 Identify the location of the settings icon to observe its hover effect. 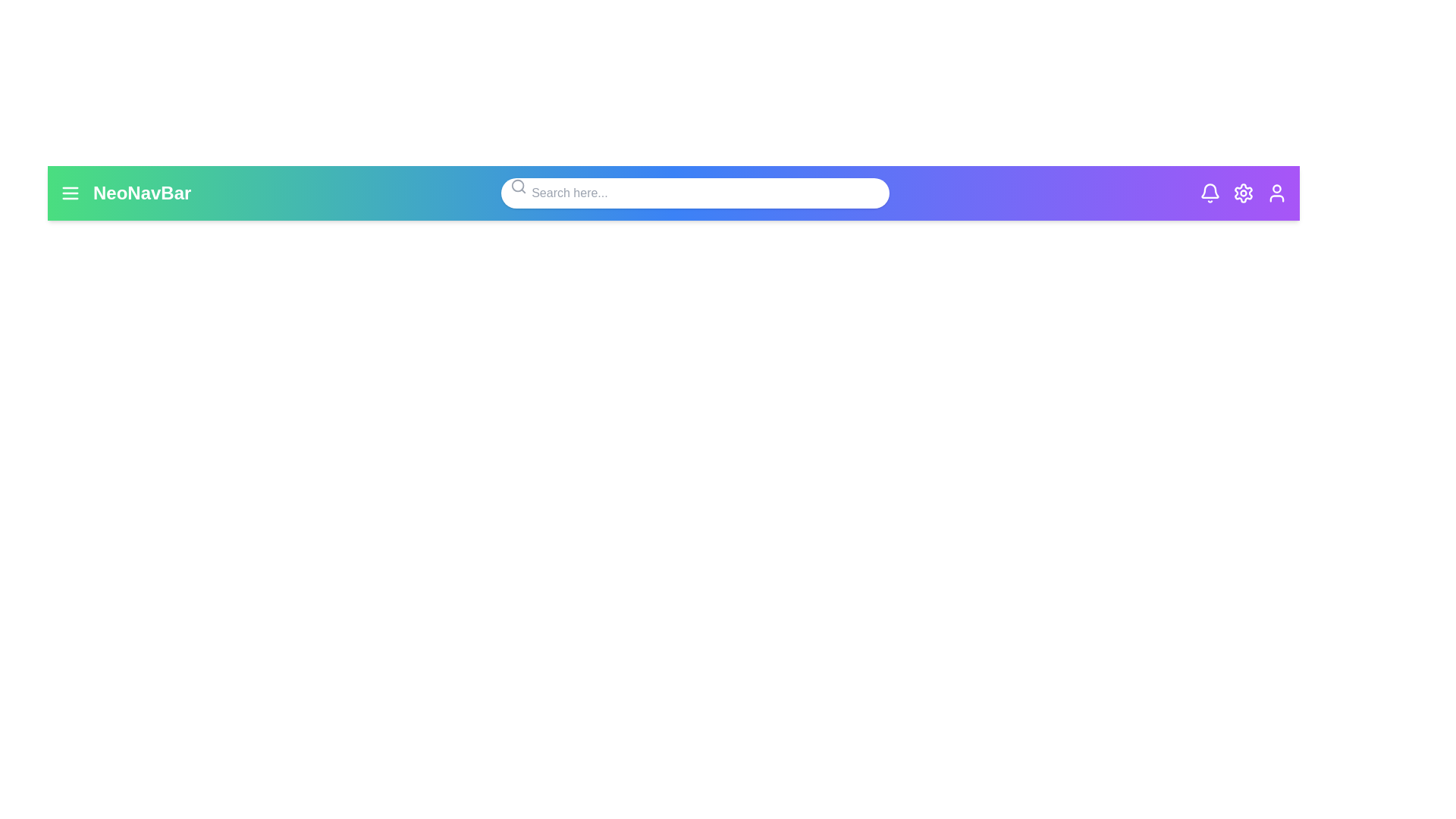
(1244, 192).